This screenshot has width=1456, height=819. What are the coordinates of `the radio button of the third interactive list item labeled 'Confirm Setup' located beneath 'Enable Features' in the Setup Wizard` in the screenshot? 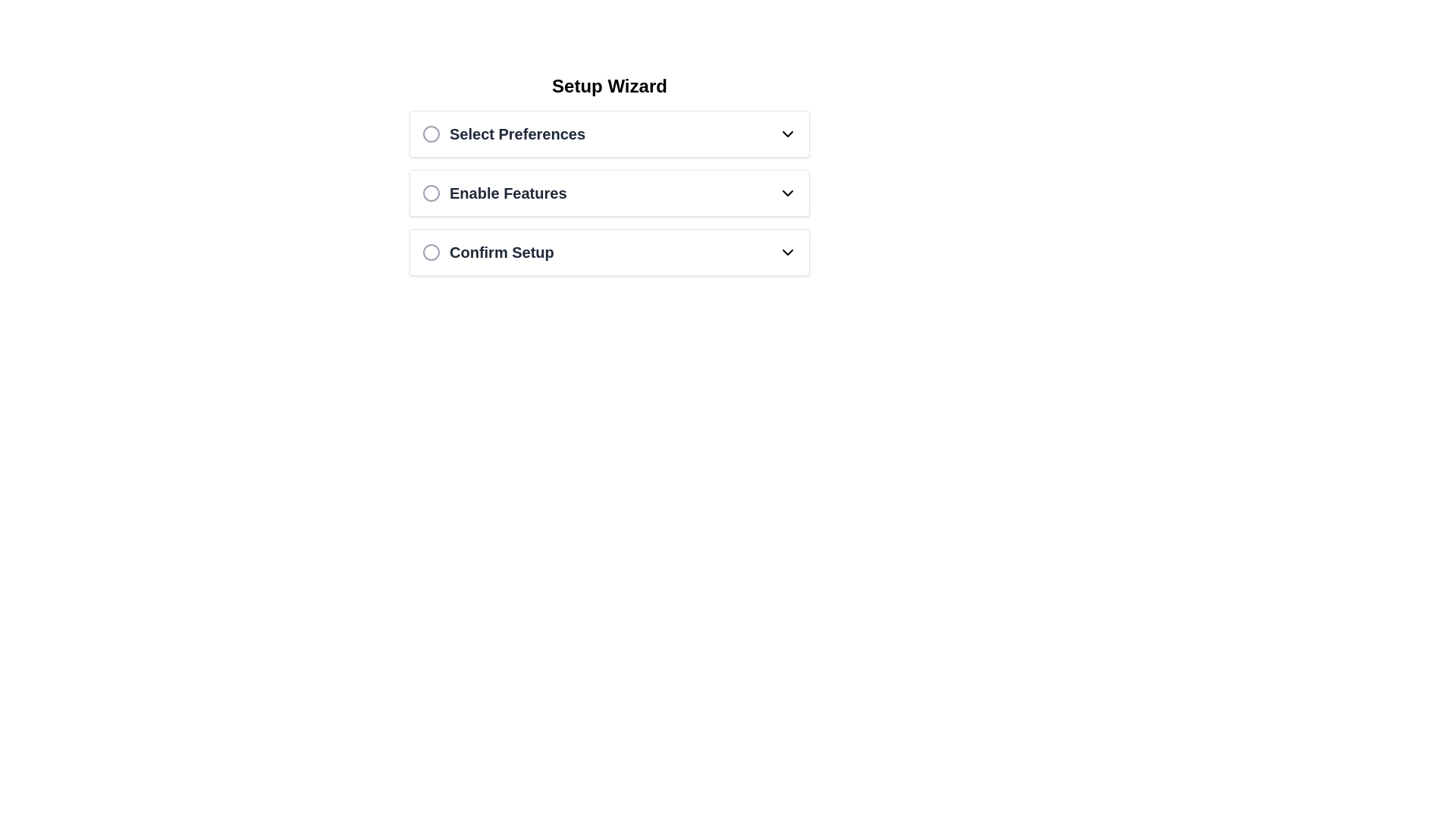 It's located at (610, 251).